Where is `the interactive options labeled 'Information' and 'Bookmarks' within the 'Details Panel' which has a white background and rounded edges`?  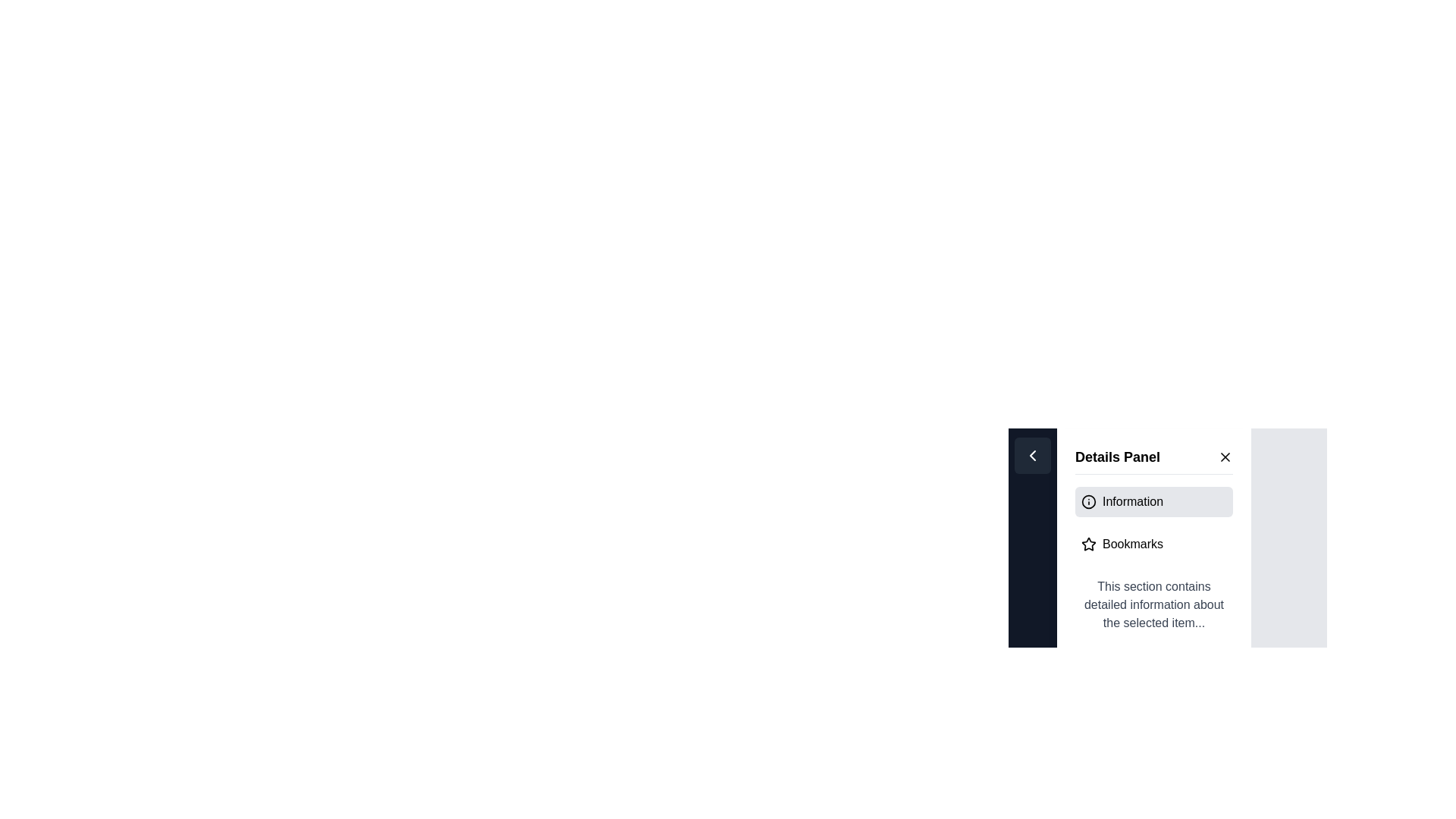
the interactive options labeled 'Information' and 'Bookmarks' within the 'Details Panel' which has a white background and rounded edges is located at coordinates (1167, 528).